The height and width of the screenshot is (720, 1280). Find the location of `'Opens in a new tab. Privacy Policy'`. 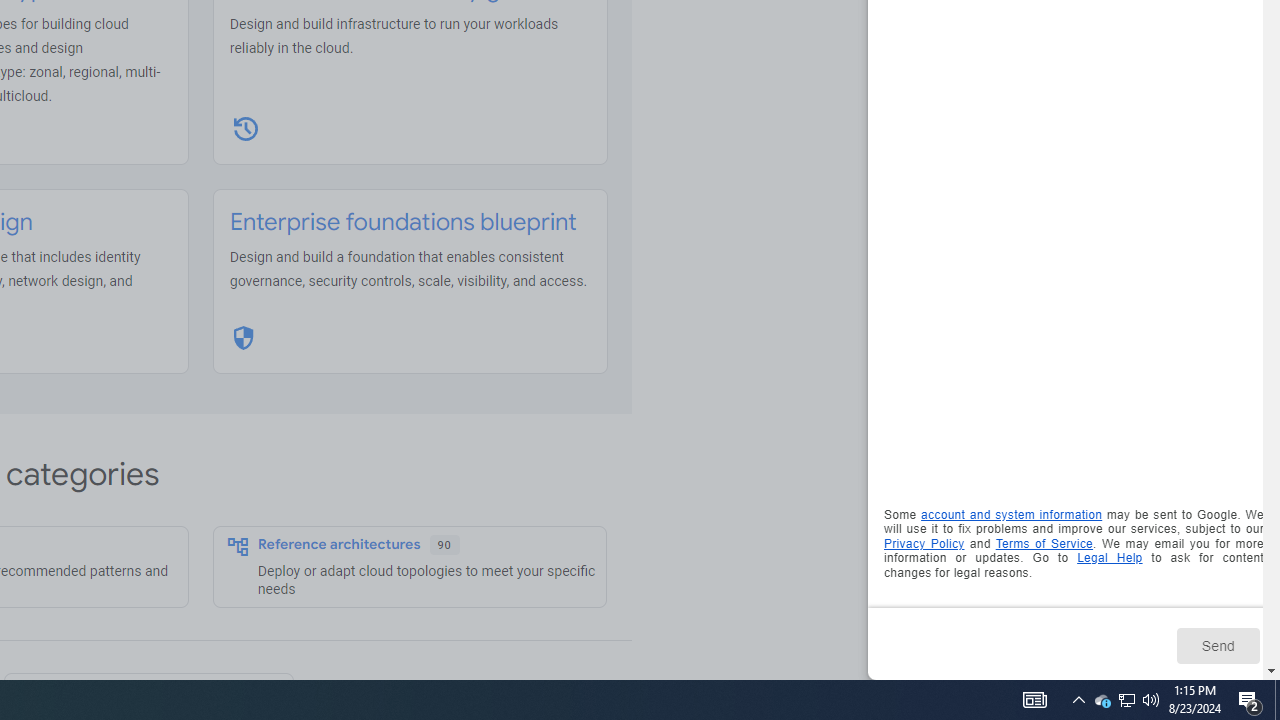

'Opens in a new tab. Privacy Policy' is located at coordinates (923, 543).